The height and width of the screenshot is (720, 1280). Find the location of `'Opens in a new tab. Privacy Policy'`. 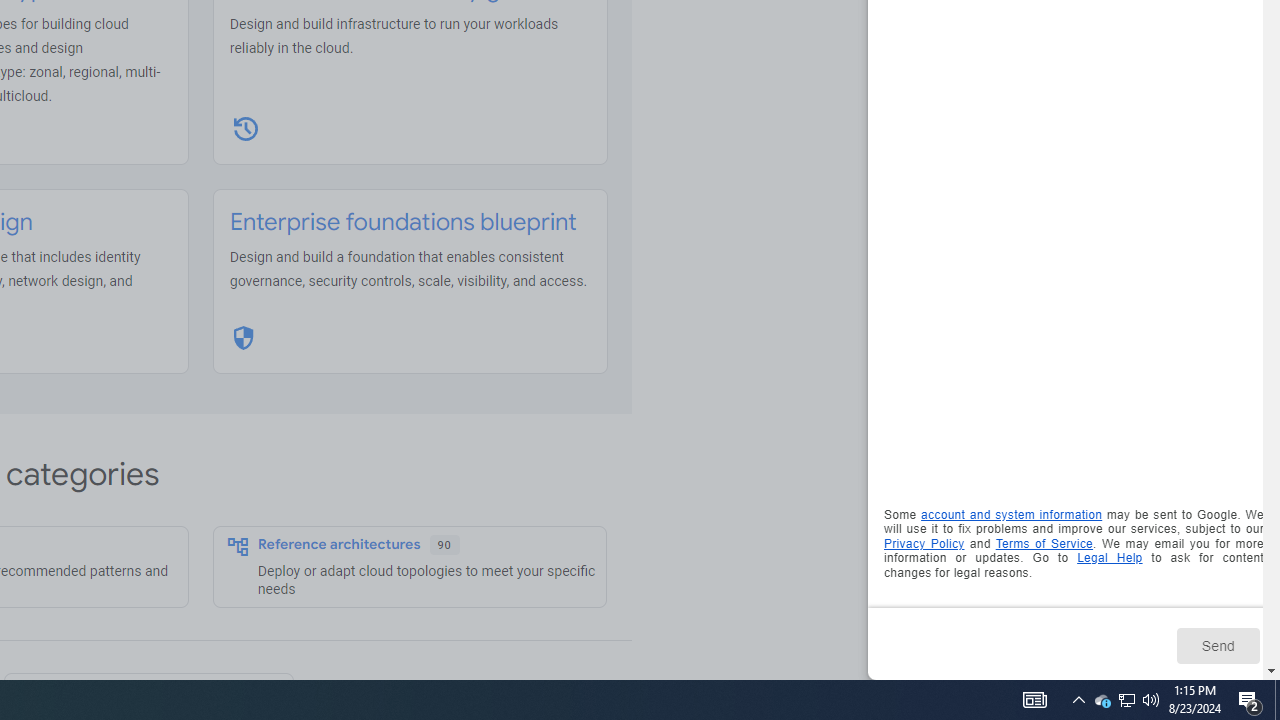

'Opens in a new tab. Privacy Policy' is located at coordinates (923, 543).